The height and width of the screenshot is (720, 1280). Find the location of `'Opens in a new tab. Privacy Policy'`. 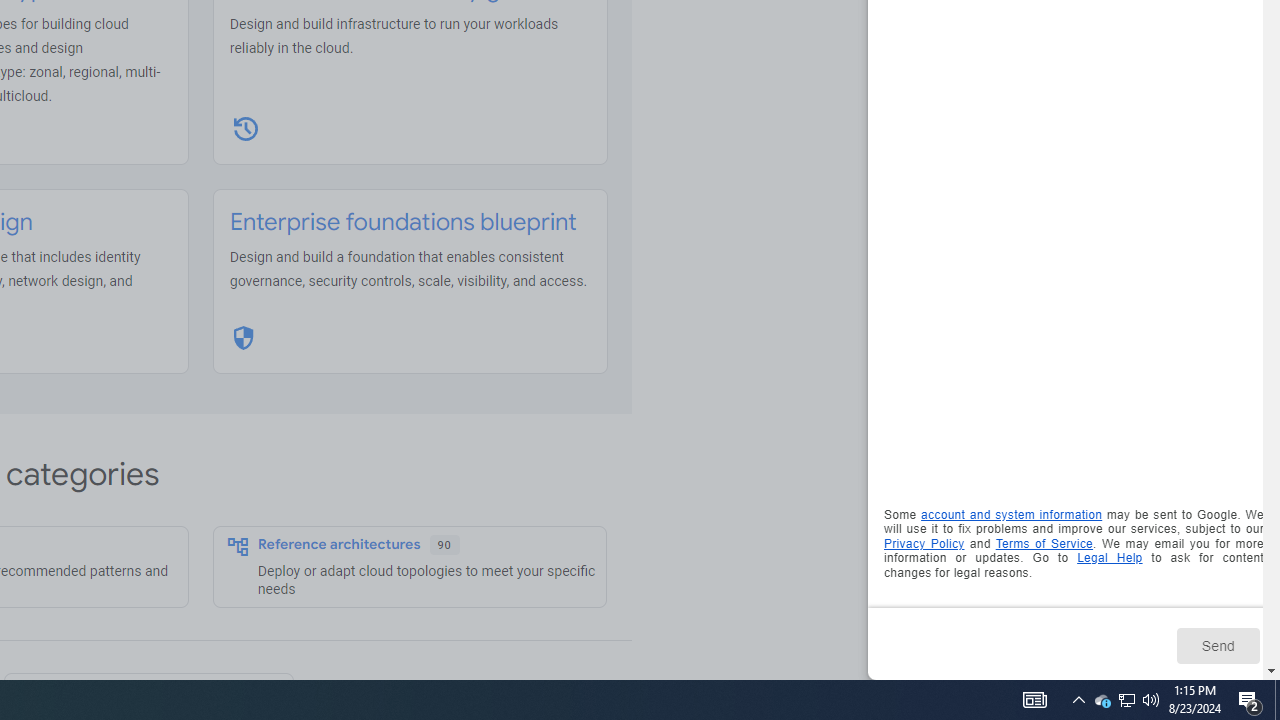

'Opens in a new tab. Privacy Policy' is located at coordinates (923, 543).